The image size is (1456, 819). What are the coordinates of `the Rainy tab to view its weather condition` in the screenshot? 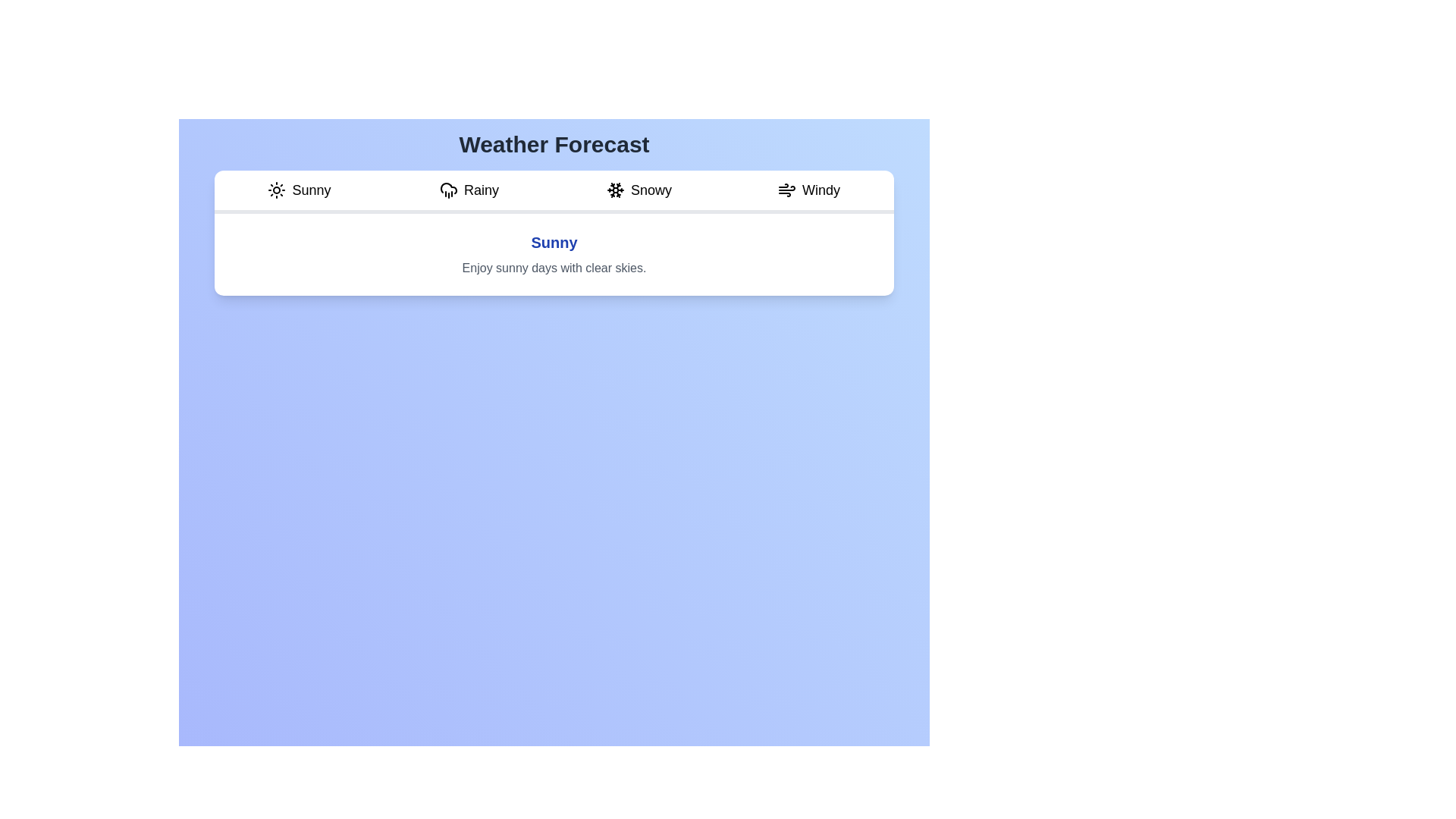 It's located at (469, 191).